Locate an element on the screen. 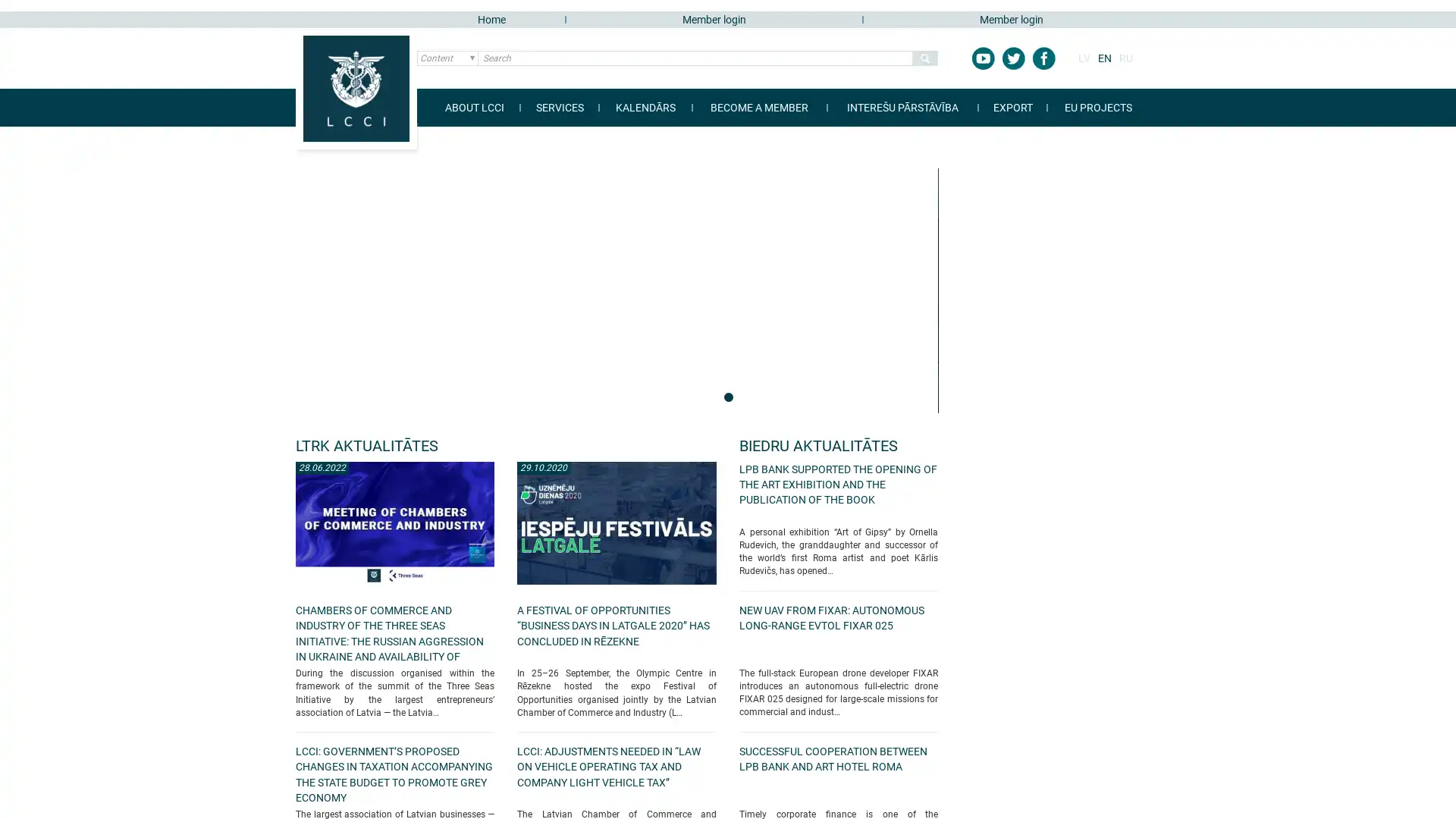 The image size is (1456, 819). Search is located at coordinates (924, 58).